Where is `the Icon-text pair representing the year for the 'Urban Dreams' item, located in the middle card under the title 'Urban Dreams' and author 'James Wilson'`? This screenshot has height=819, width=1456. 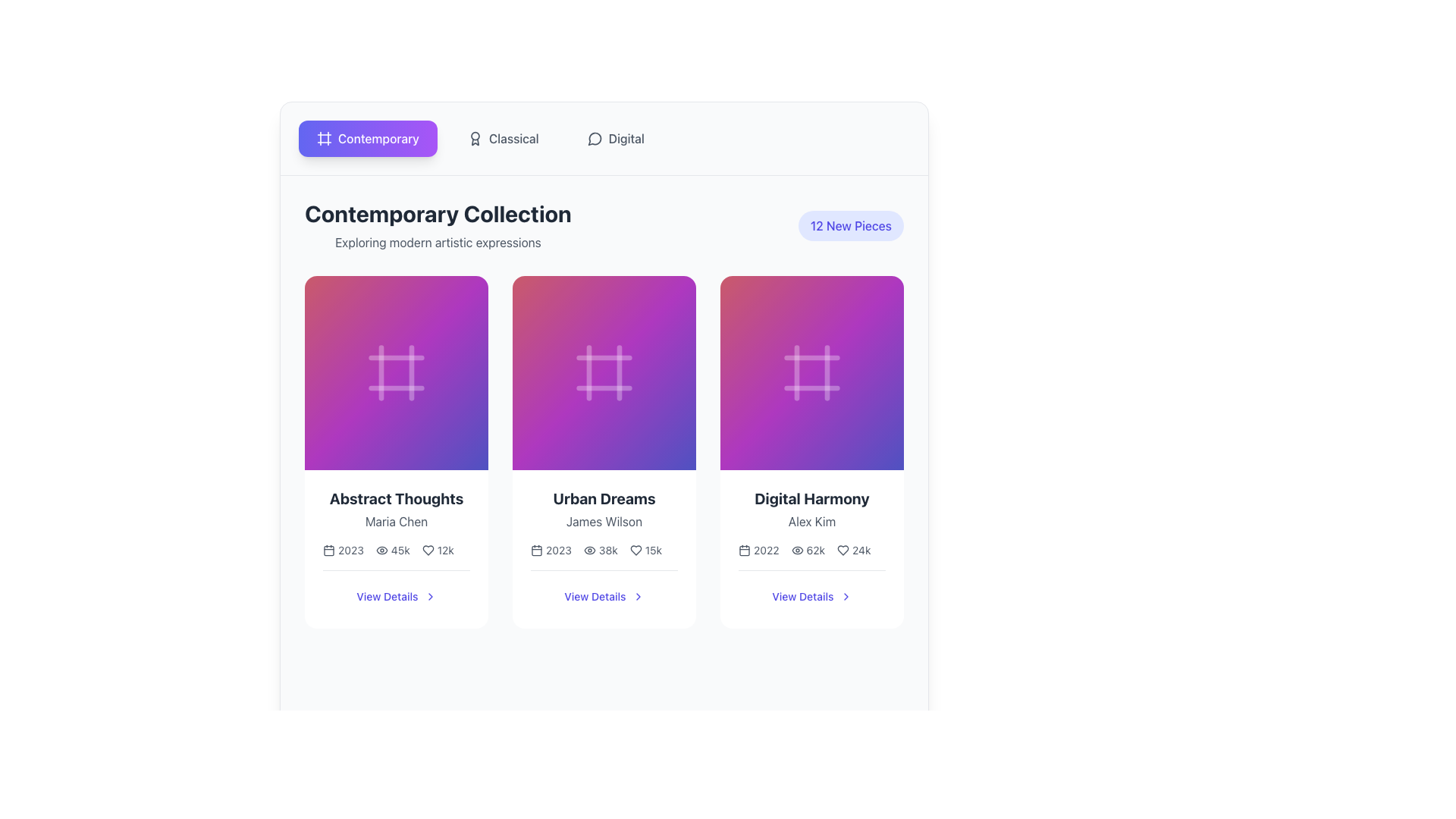
the Icon-text pair representing the year for the 'Urban Dreams' item, located in the middle card under the title 'Urban Dreams' and author 'James Wilson' is located at coordinates (550, 550).